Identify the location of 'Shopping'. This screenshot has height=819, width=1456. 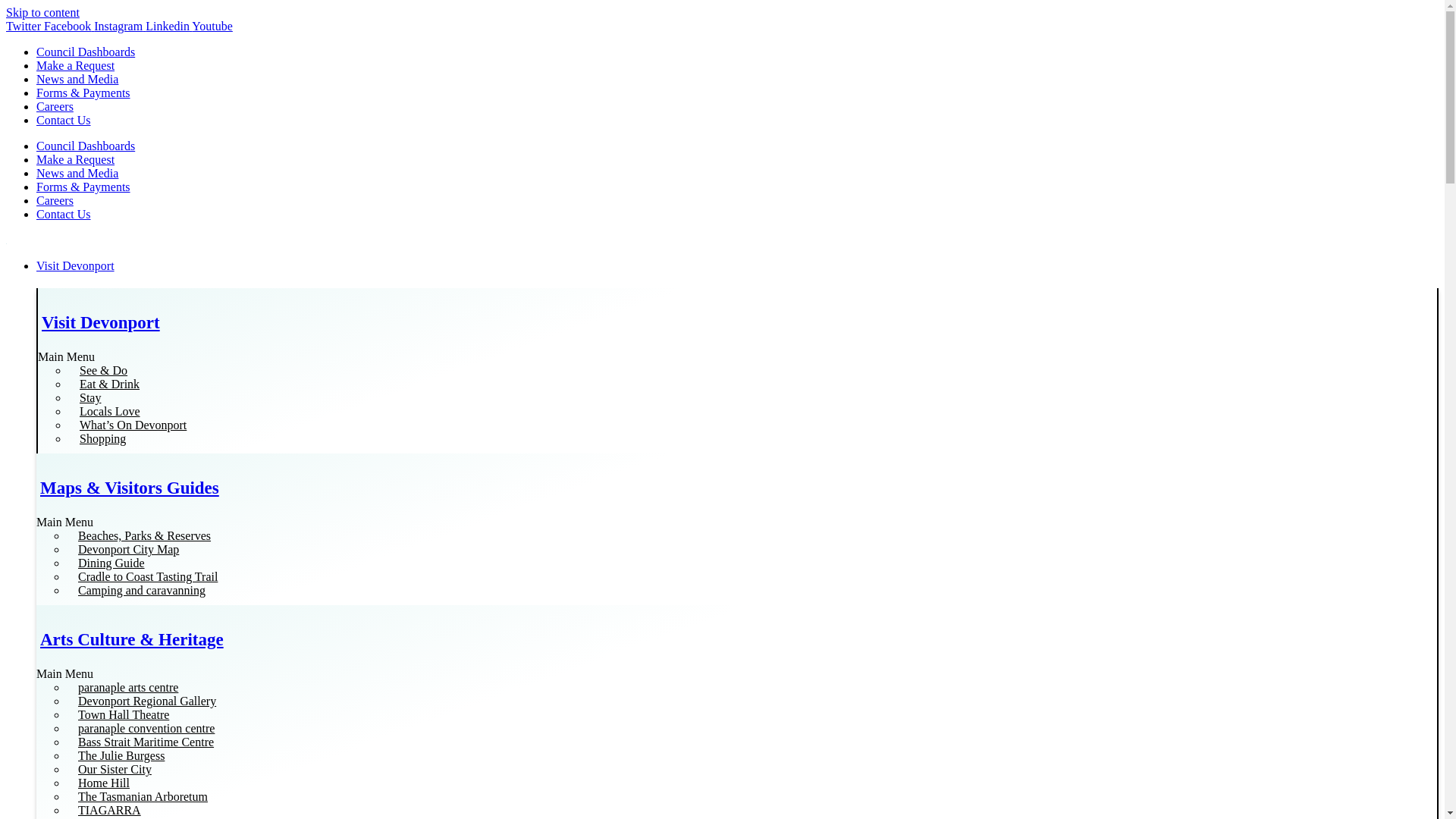
(102, 438).